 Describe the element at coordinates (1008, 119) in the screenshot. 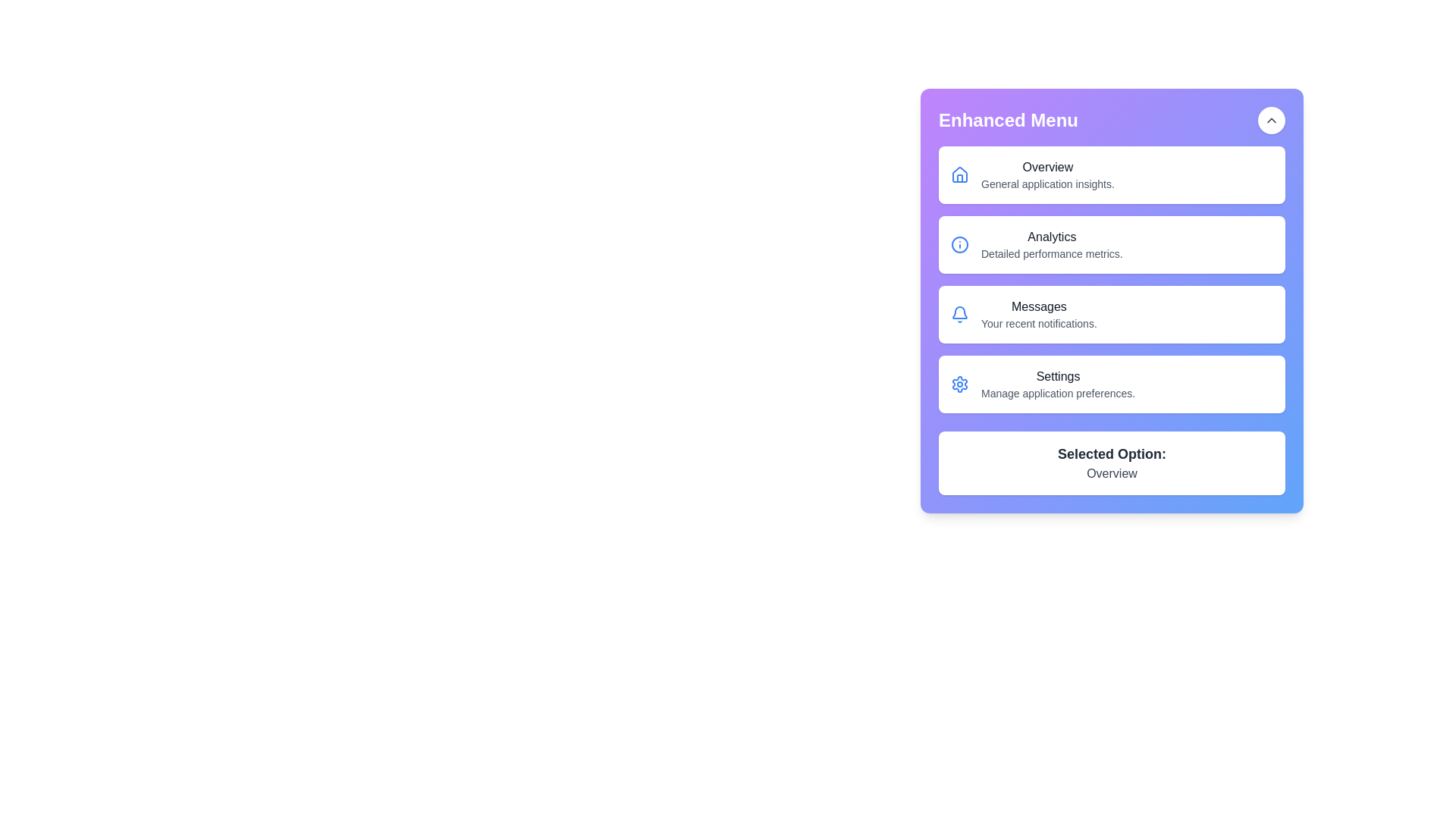

I see `the static text or label at the top left of the menu interface, which serves as the header for the menu contents` at that location.